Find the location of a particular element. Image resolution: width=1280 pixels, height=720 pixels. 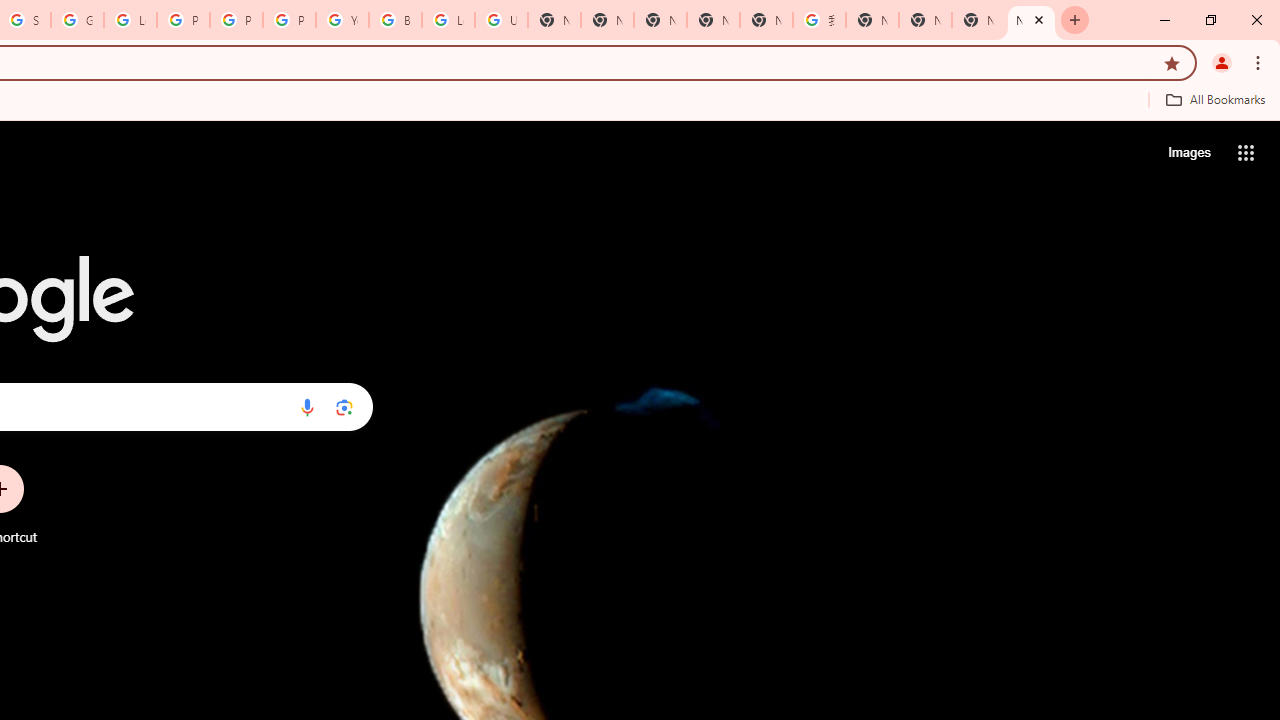

'Privacy Help Center - Policies Help' is located at coordinates (236, 20).